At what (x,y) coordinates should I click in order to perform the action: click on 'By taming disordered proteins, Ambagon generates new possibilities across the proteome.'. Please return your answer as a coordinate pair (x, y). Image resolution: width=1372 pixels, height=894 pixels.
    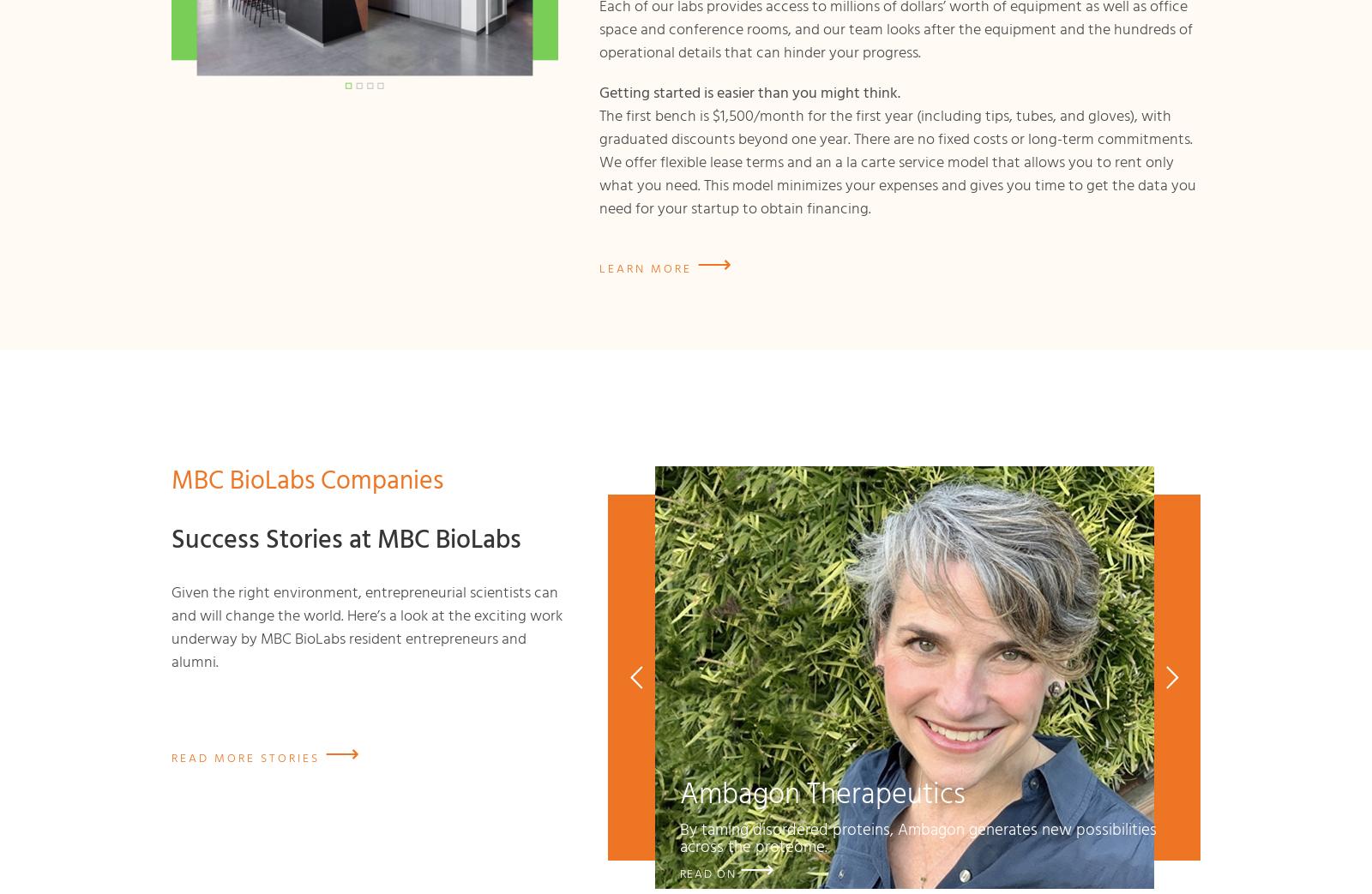
    Looking at the image, I should click on (679, 837).